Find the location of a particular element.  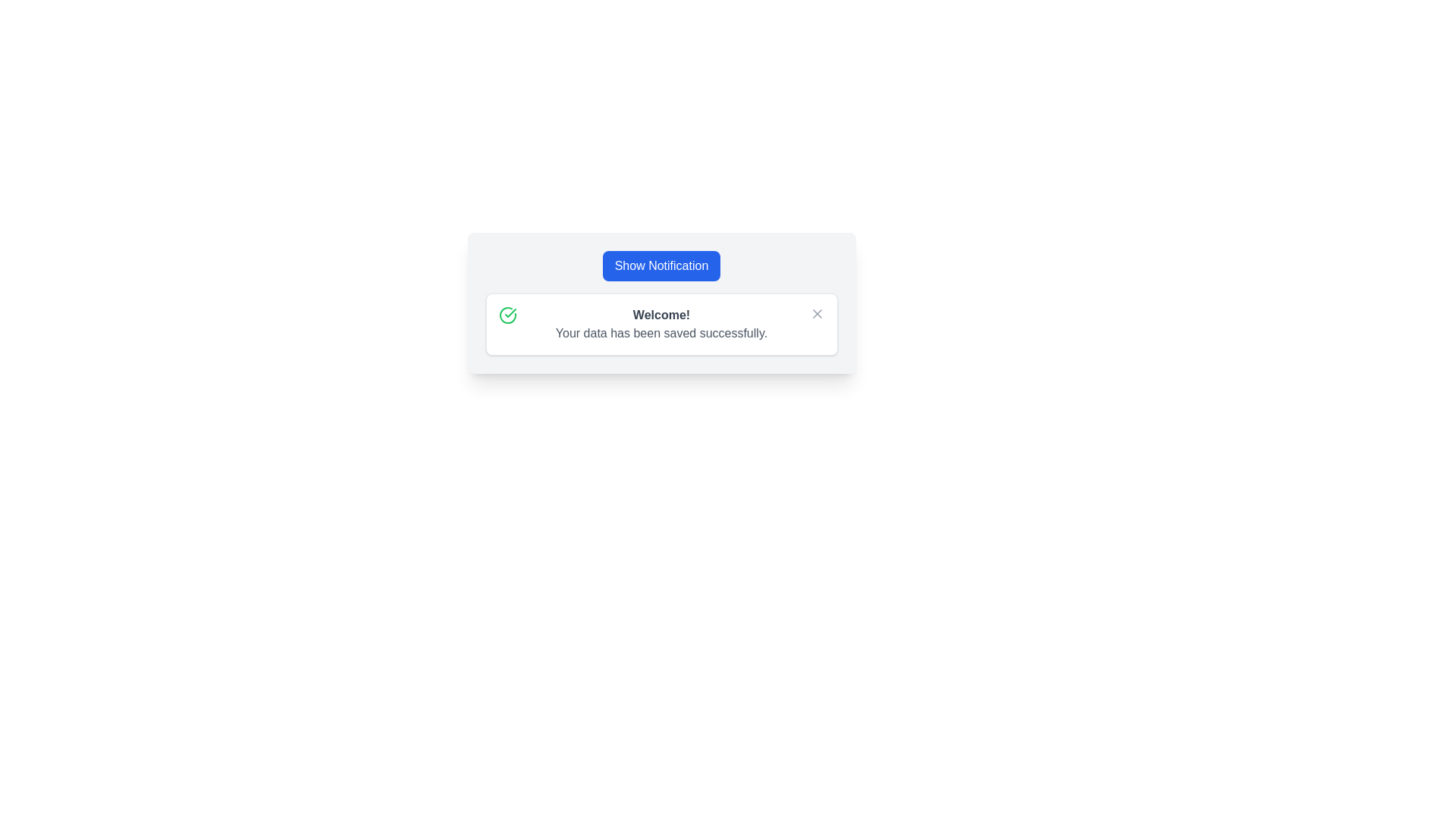

the small gray 'X' icon at the top-right corner of the notification box is located at coordinates (816, 312).